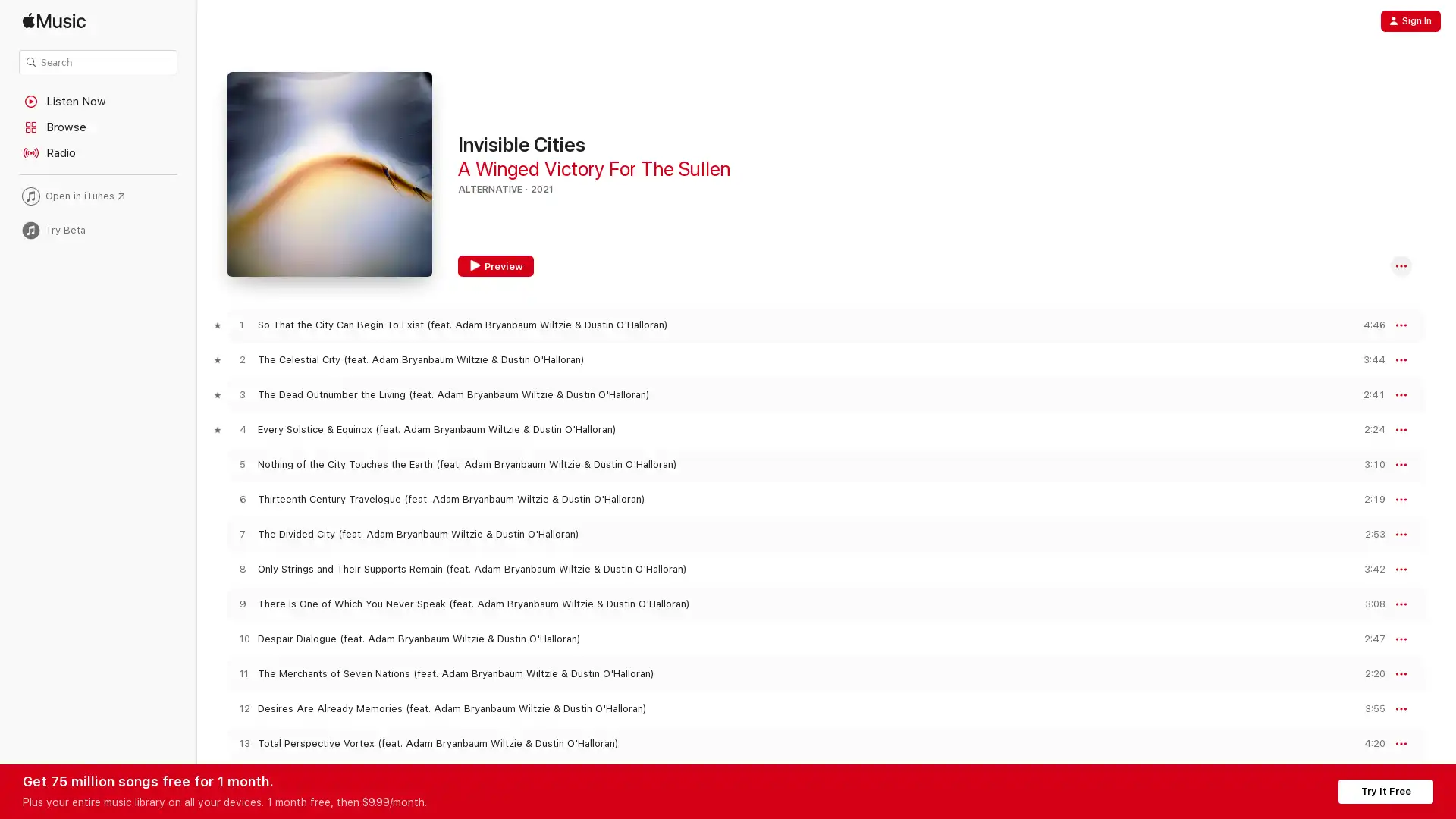 The height and width of the screenshot is (819, 1456). What do you see at coordinates (1401, 708) in the screenshot?
I see `More` at bounding box center [1401, 708].